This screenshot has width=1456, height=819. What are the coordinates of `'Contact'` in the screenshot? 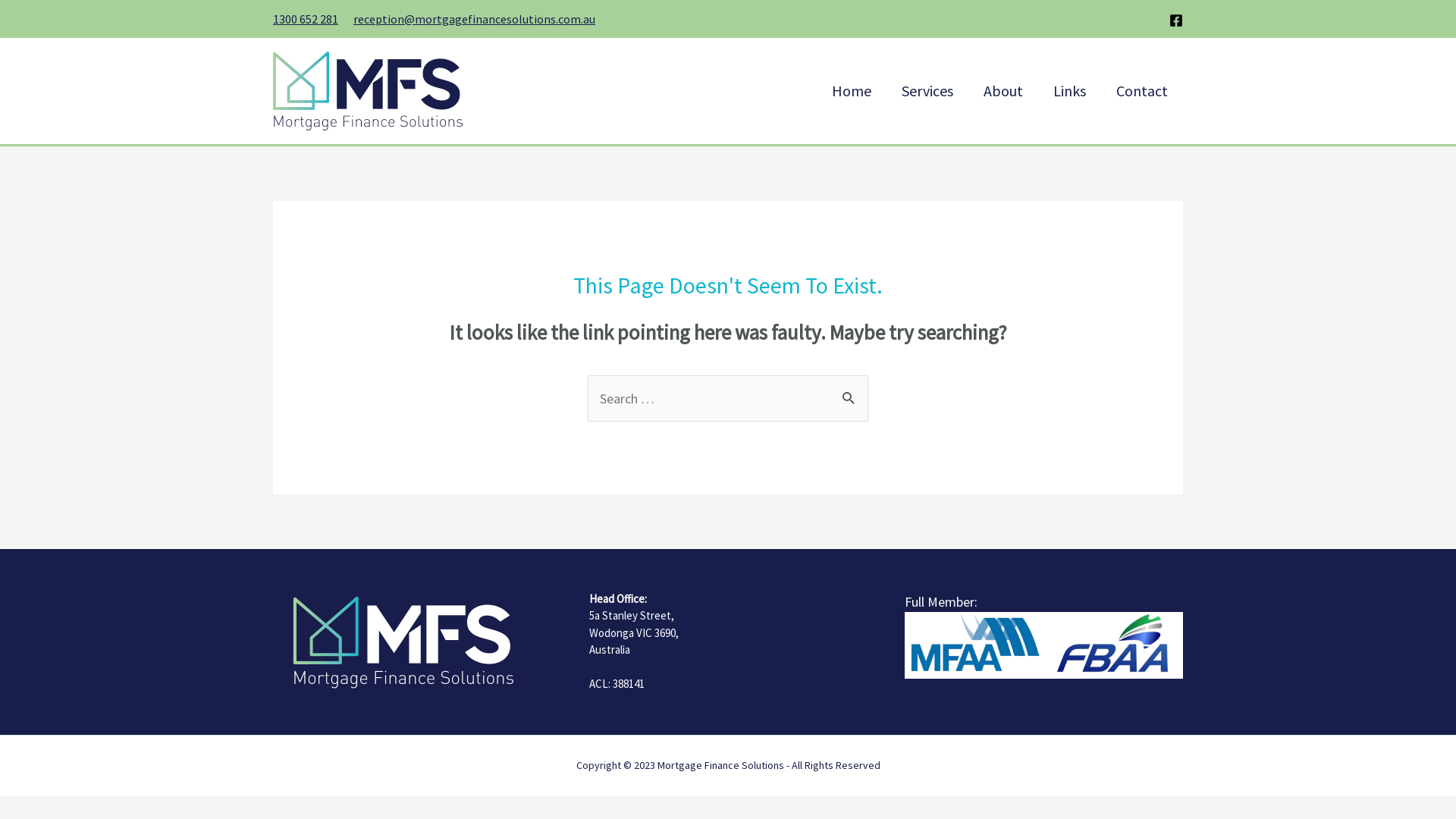 It's located at (1142, 90).